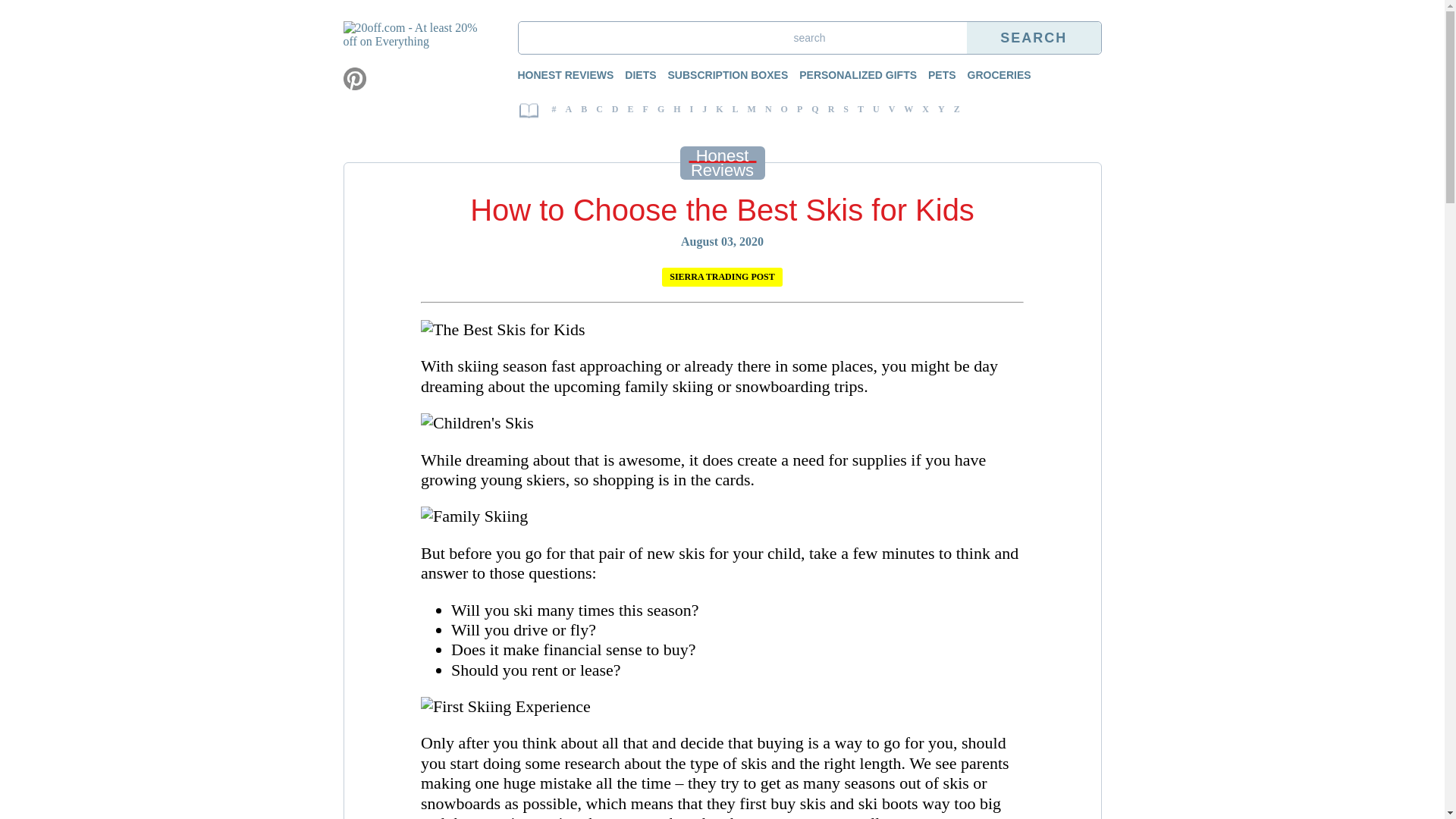 Image resolution: width=1456 pixels, height=819 pixels. I want to click on 'Z', so click(953, 108).